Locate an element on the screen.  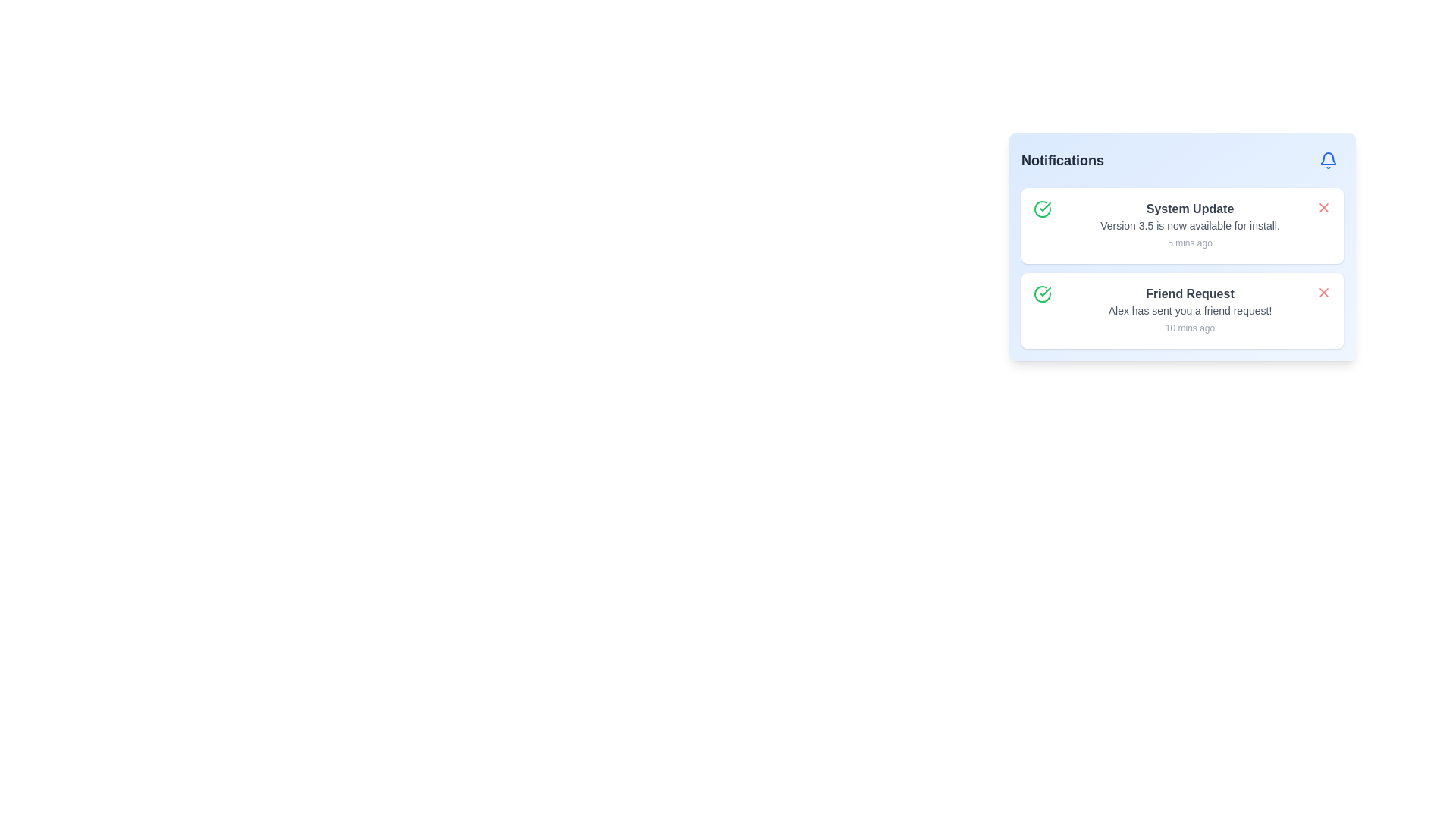
the text notification message that says 'Alex has sent you a friend request!' which is located in the second notification card of the notification panel is located at coordinates (1189, 309).